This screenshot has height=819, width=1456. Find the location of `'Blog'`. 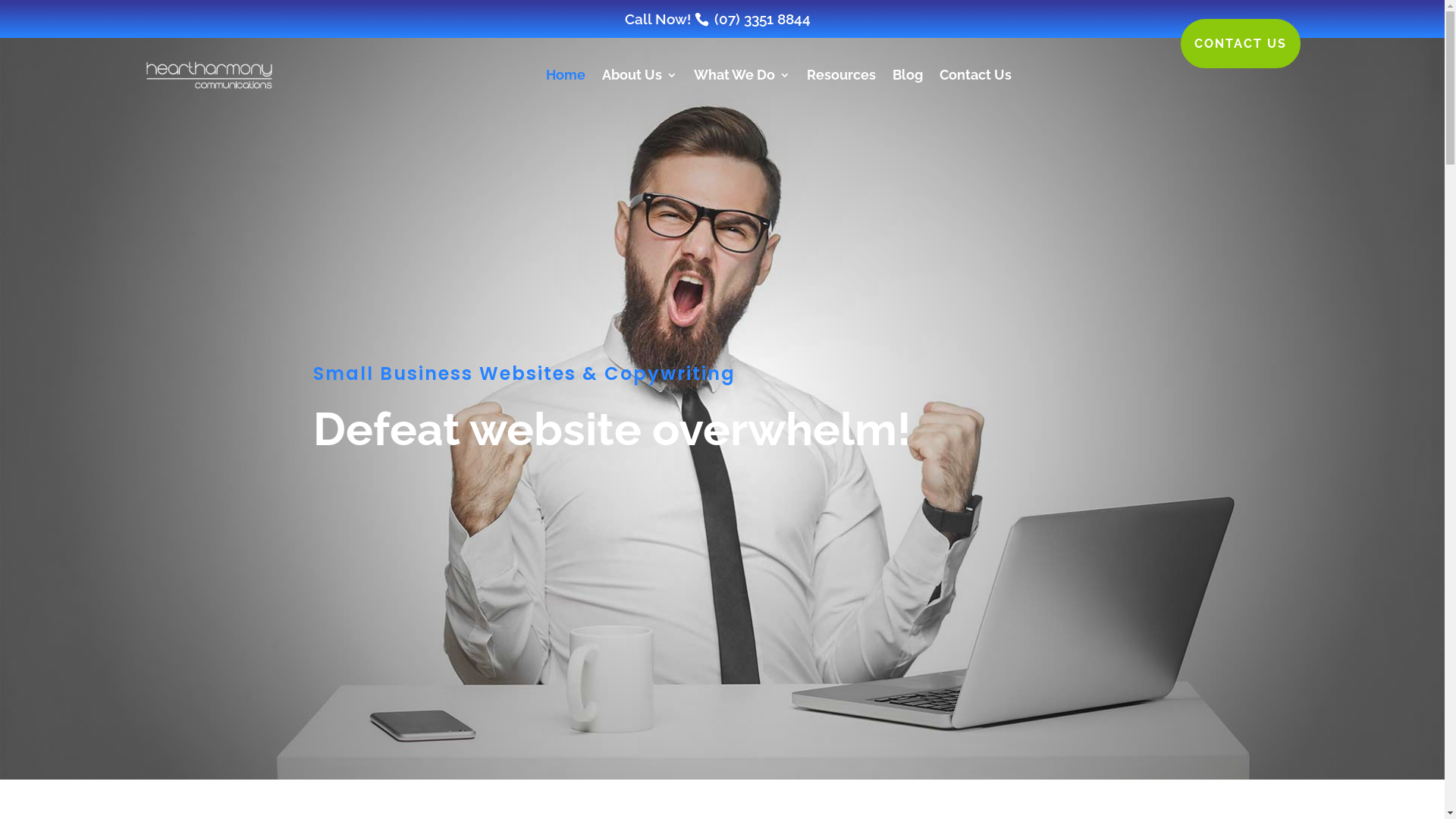

'Blog' is located at coordinates (906, 75).